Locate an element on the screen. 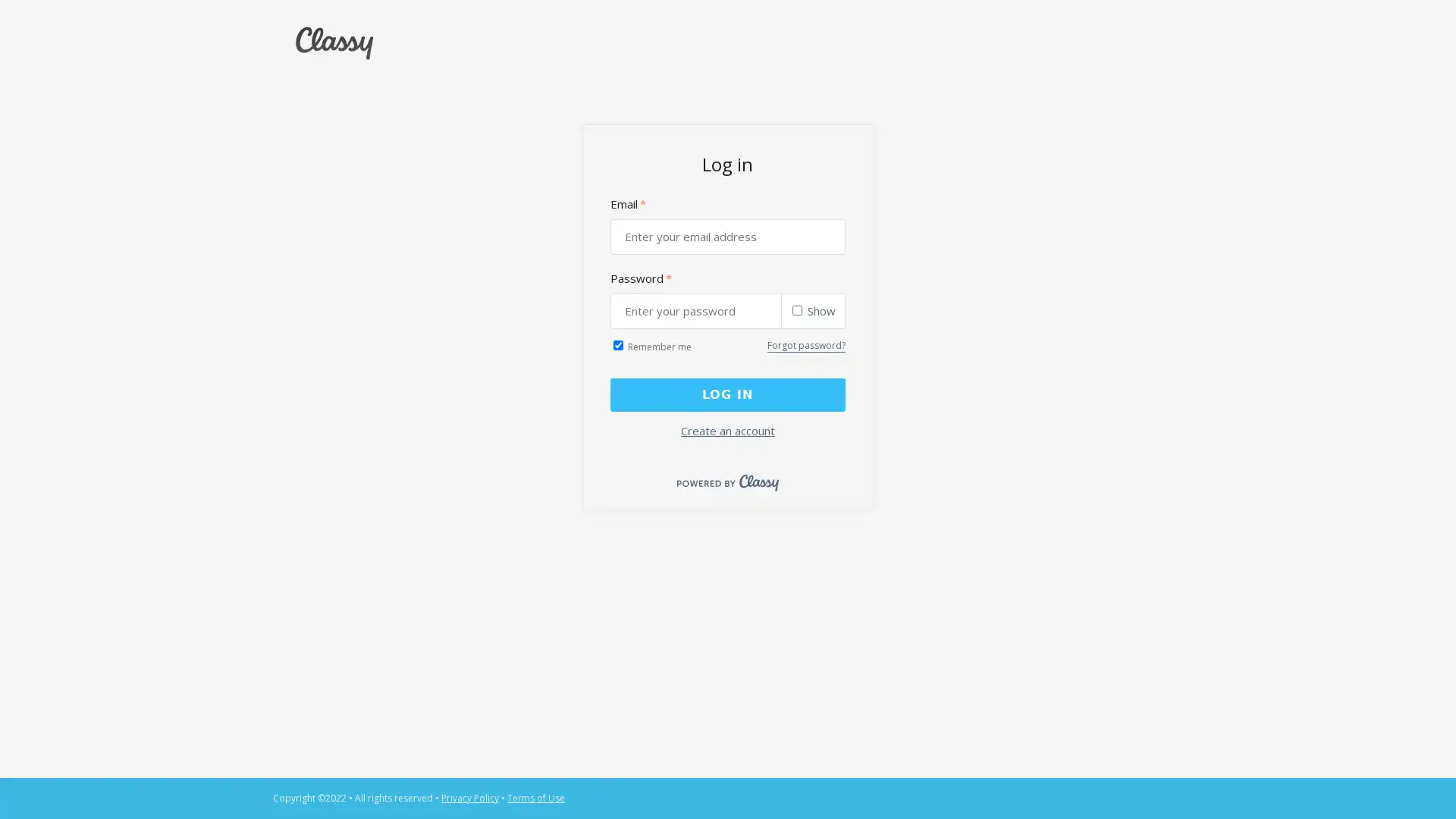  LOG IN is located at coordinates (726, 394).